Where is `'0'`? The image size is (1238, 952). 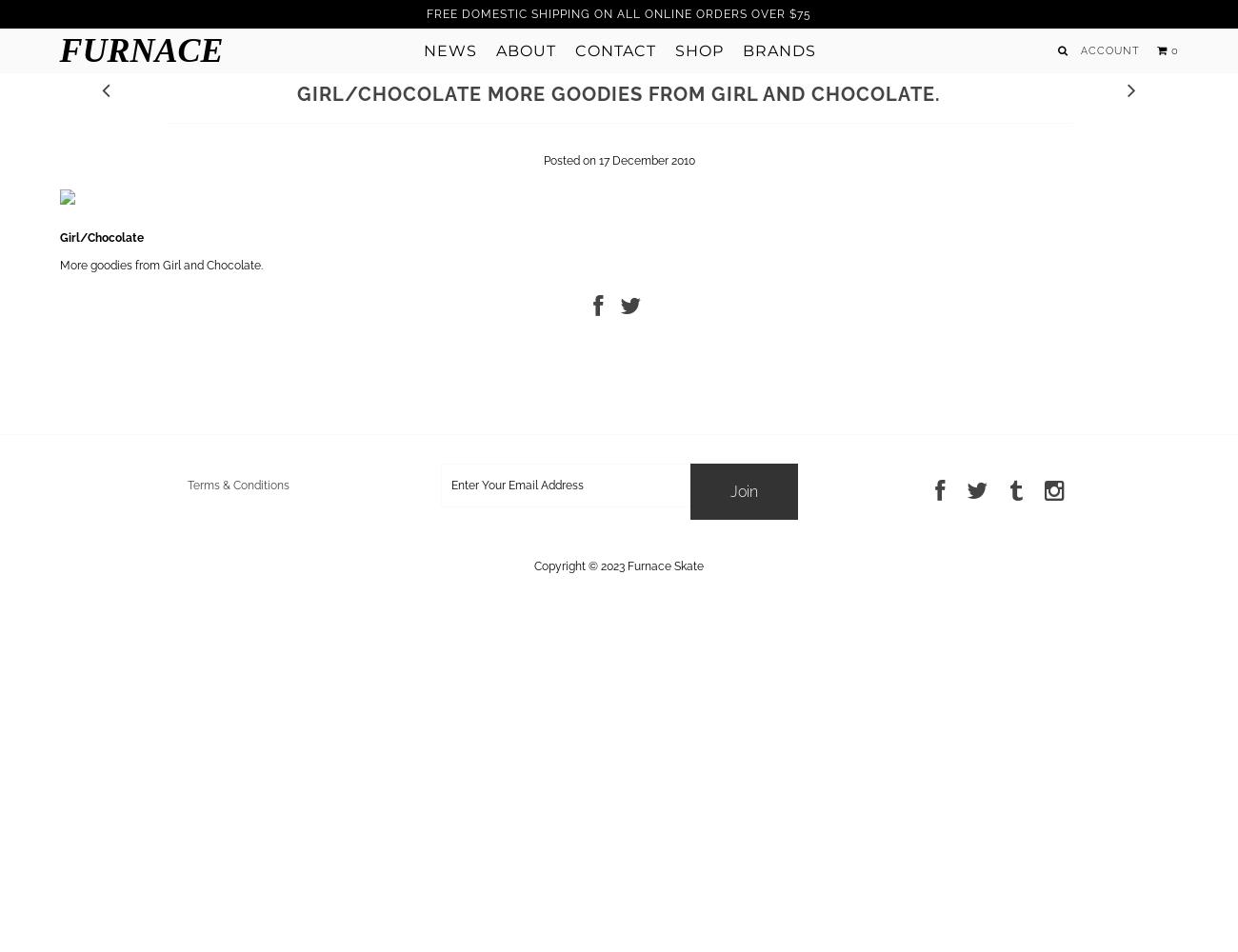 '0' is located at coordinates (1173, 50).